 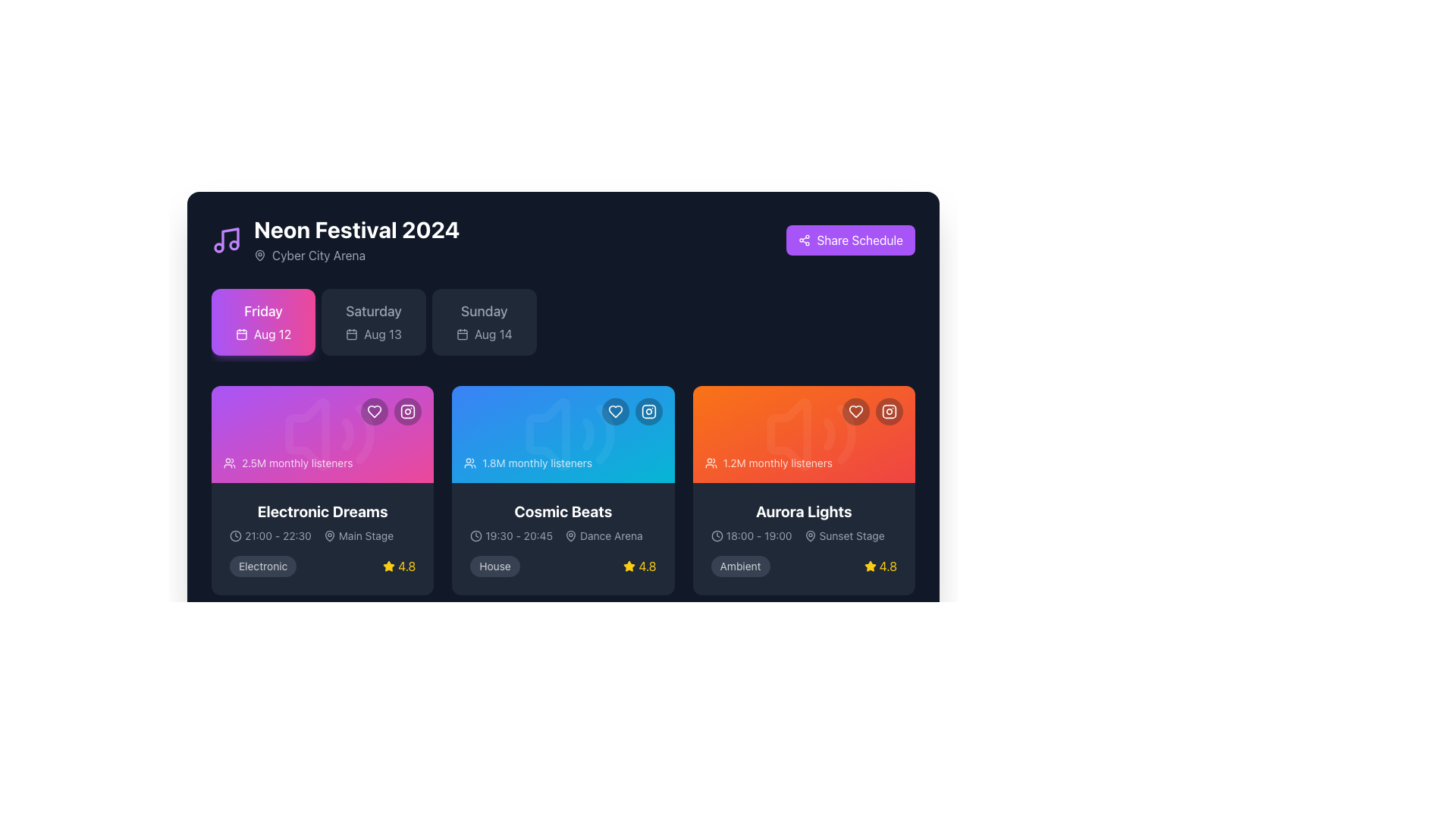 What do you see at coordinates (461, 333) in the screenshot?
I see `the calendar icon located to the left of the 'Aug 14' text button in the top section of the interface` at bounding box center [461, 333].